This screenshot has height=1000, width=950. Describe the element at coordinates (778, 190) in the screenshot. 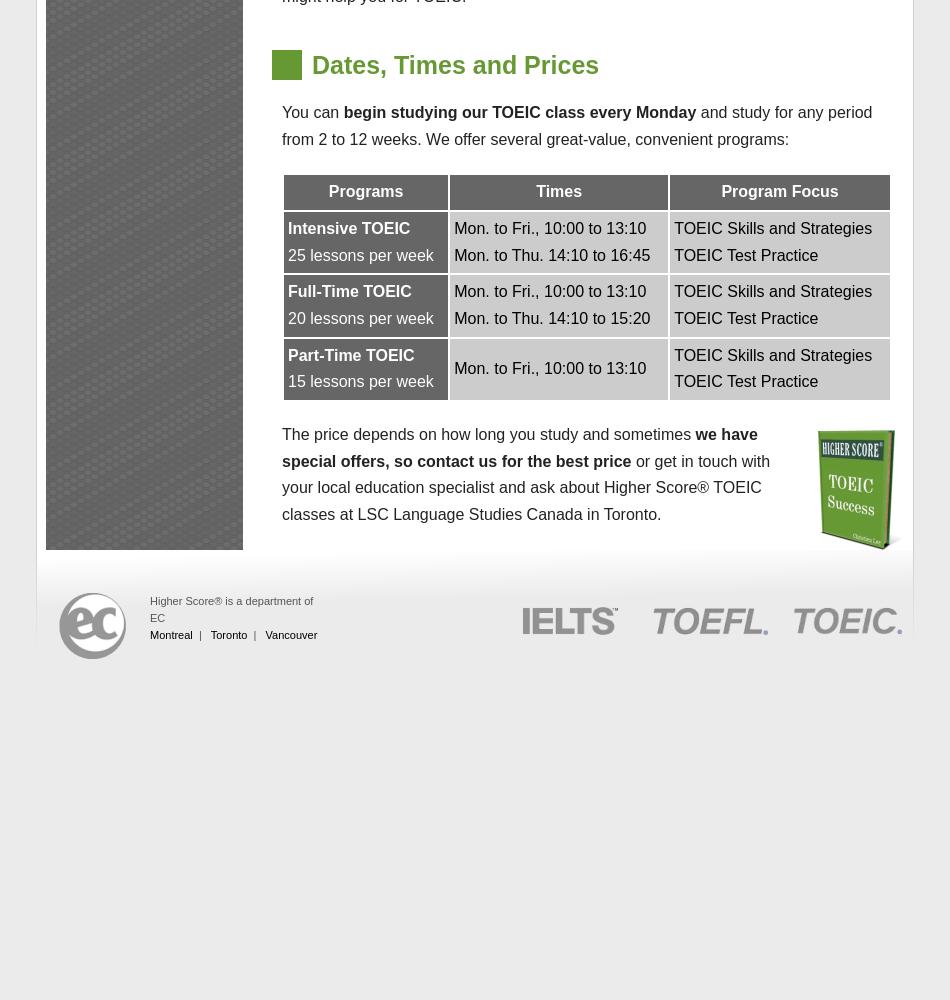

I see `'Program Focus'` at that location.